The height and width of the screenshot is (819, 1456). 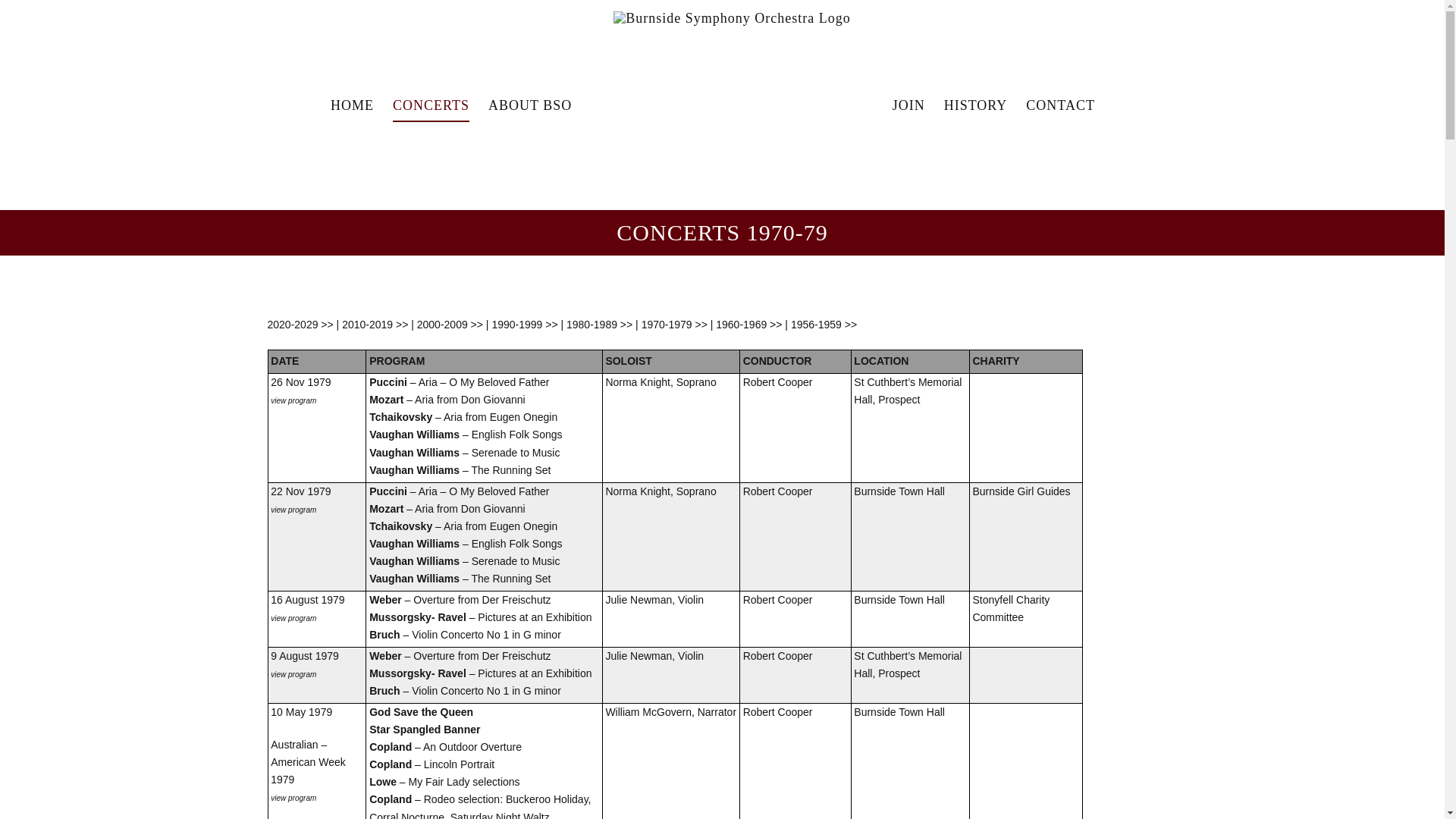 What do you see at coordinates (530, 104) in the screenshot?
I see `'ABOUT BSO'` at bounding box center [530, 104].